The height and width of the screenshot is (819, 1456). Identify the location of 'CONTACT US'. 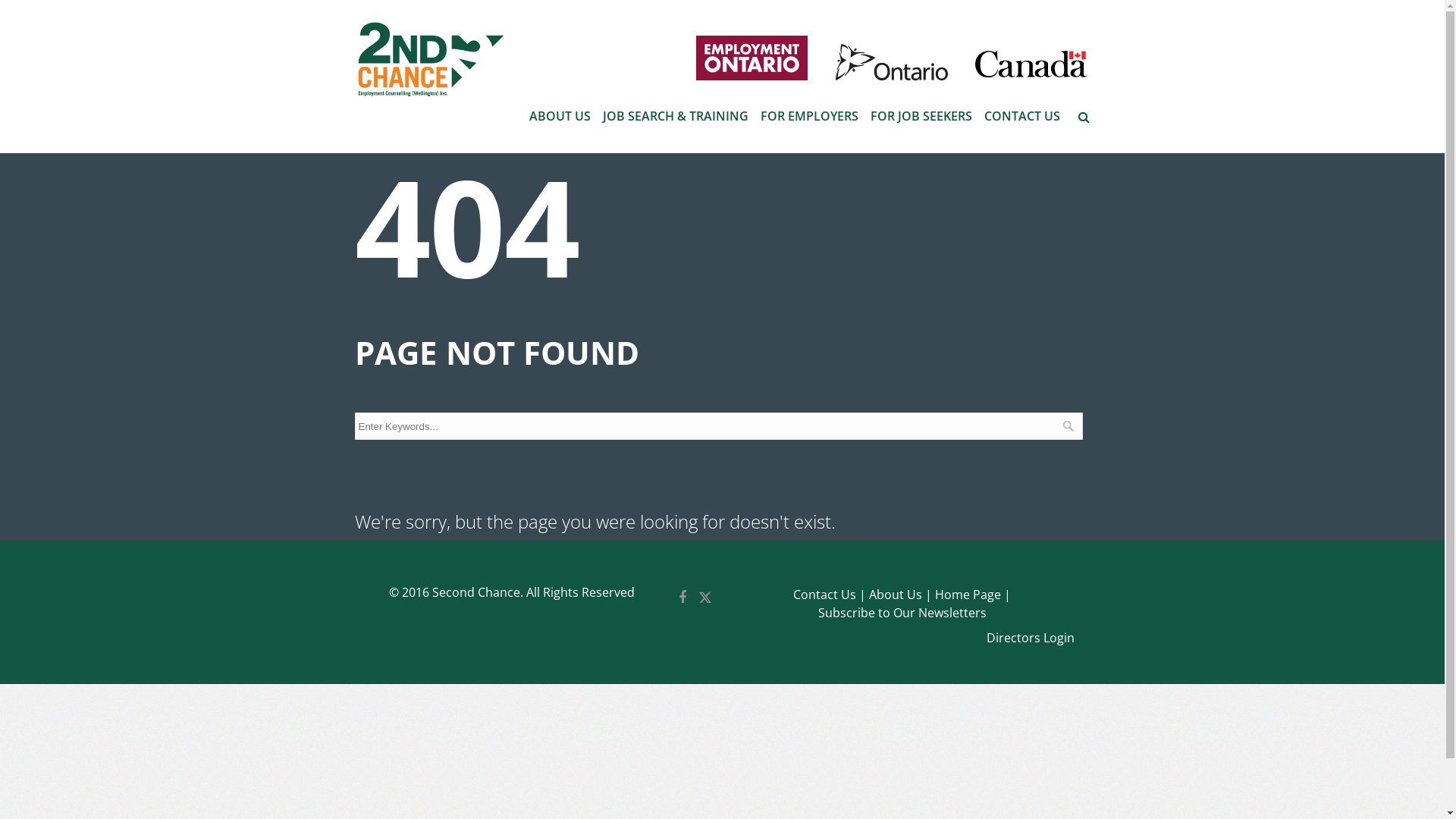
(984, 115).